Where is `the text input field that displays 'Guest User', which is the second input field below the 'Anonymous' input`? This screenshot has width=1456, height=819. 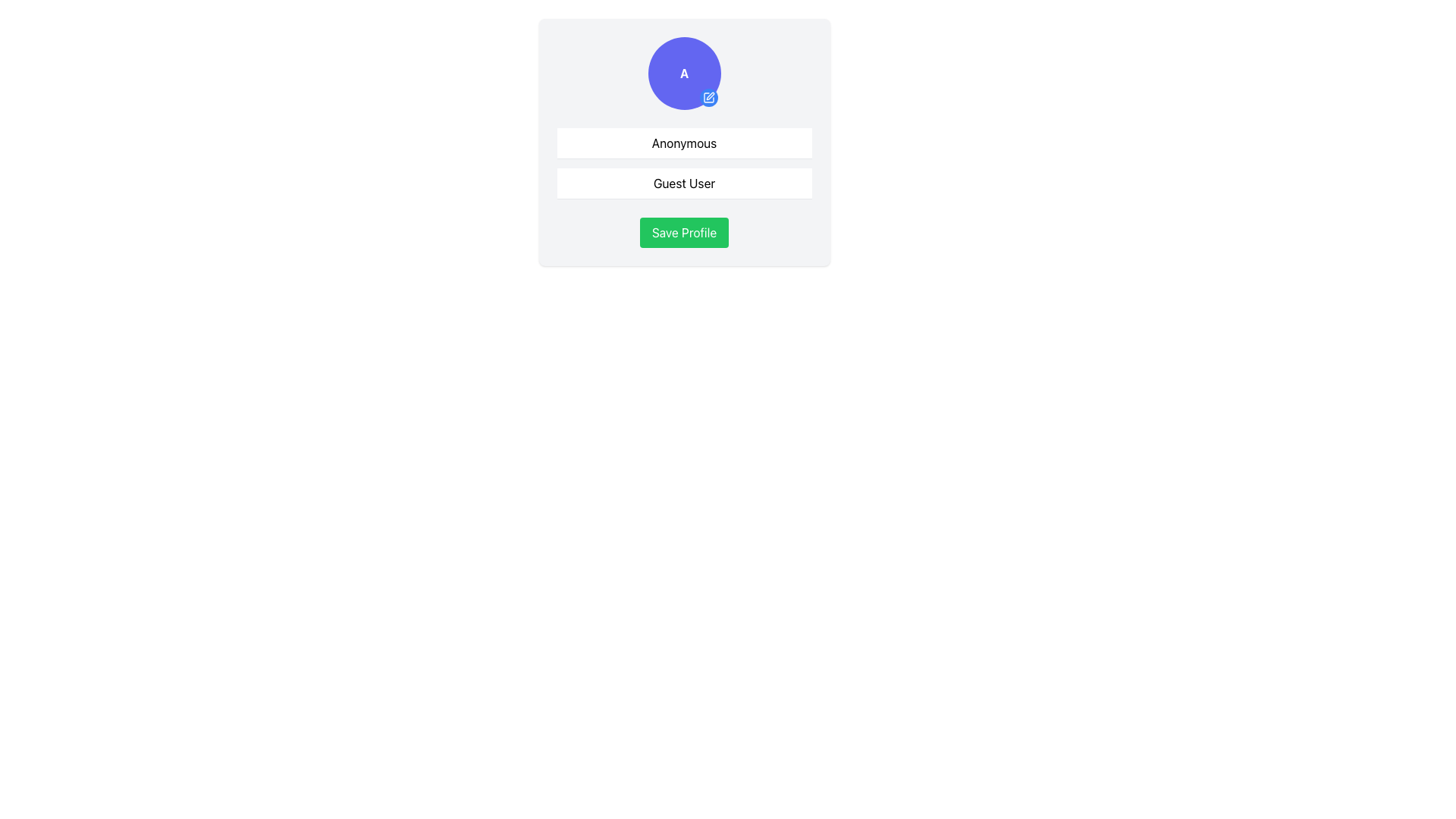 the text input field that displays 'Guest User', which is the second input field below the 'Anonymous' input is located at coordinates (683, 183).